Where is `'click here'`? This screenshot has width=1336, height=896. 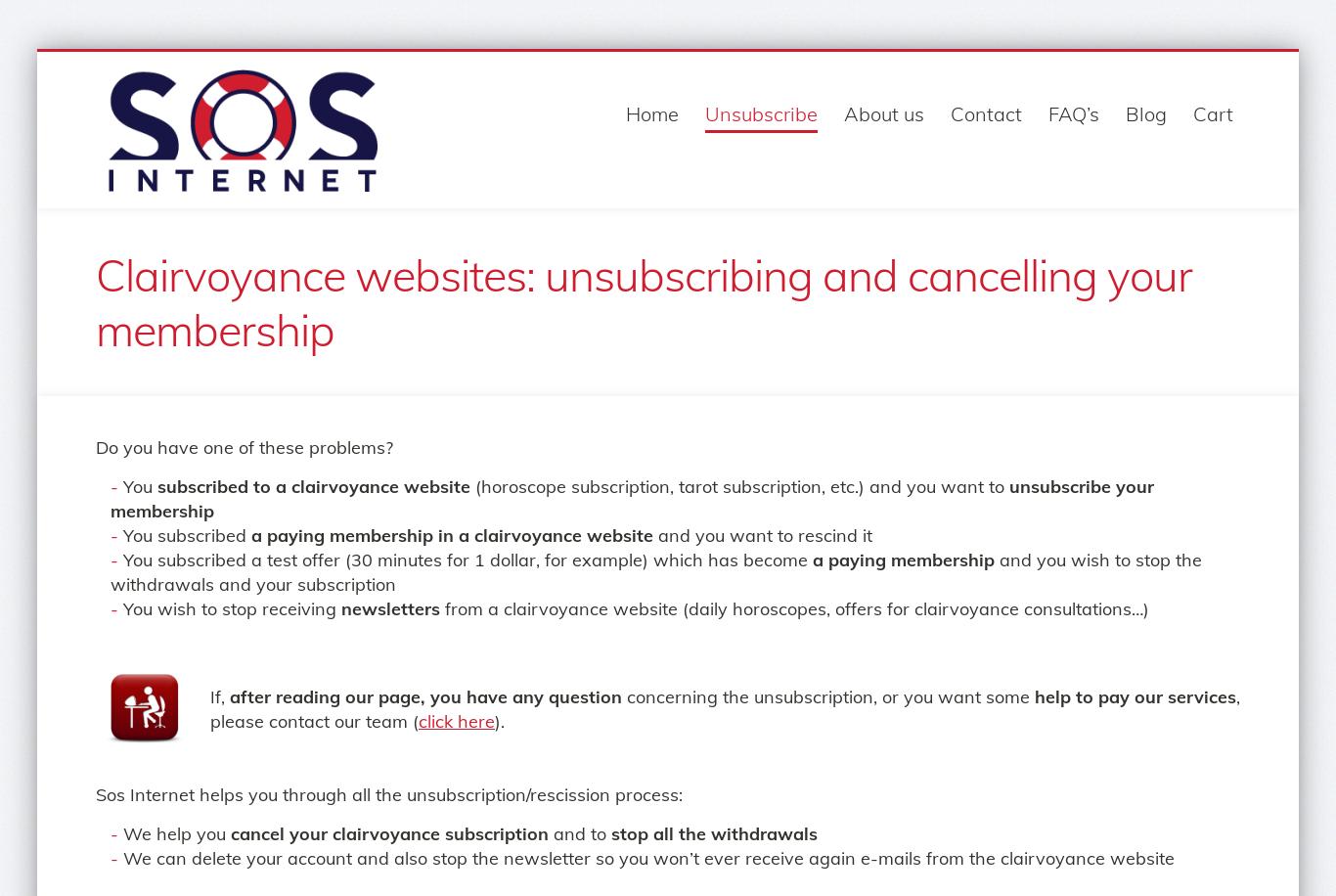 'click here' is located at coordinates (417, 721).